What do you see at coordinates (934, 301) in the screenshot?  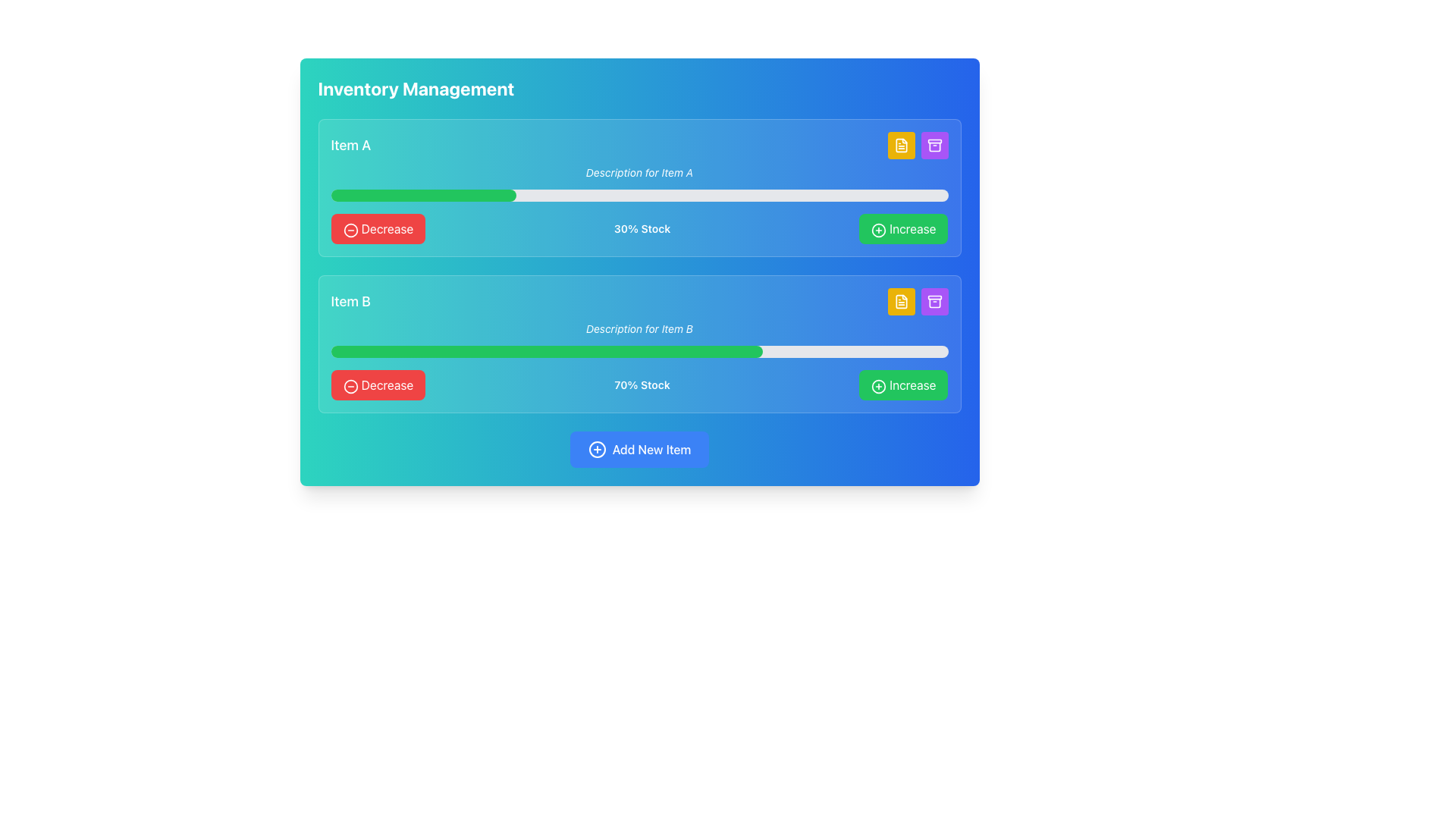 I see `the small square button with a purple background and rounded border containing an archive icon, located in the bottom-right corner of the interface within 'Item B'` at bounding box center [934, 301].